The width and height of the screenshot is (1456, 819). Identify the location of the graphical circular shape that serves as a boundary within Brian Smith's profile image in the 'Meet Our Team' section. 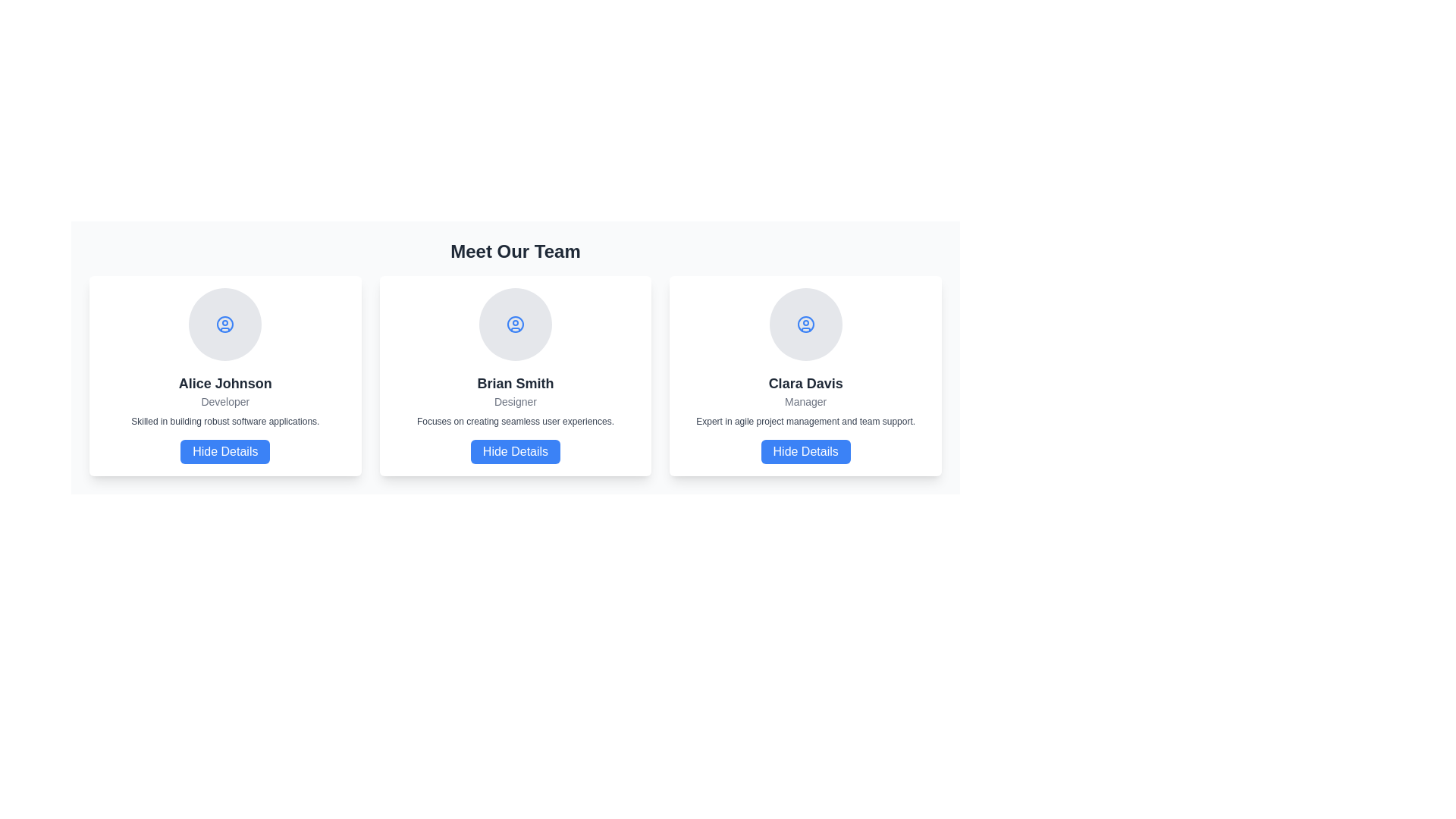
(516, 324).